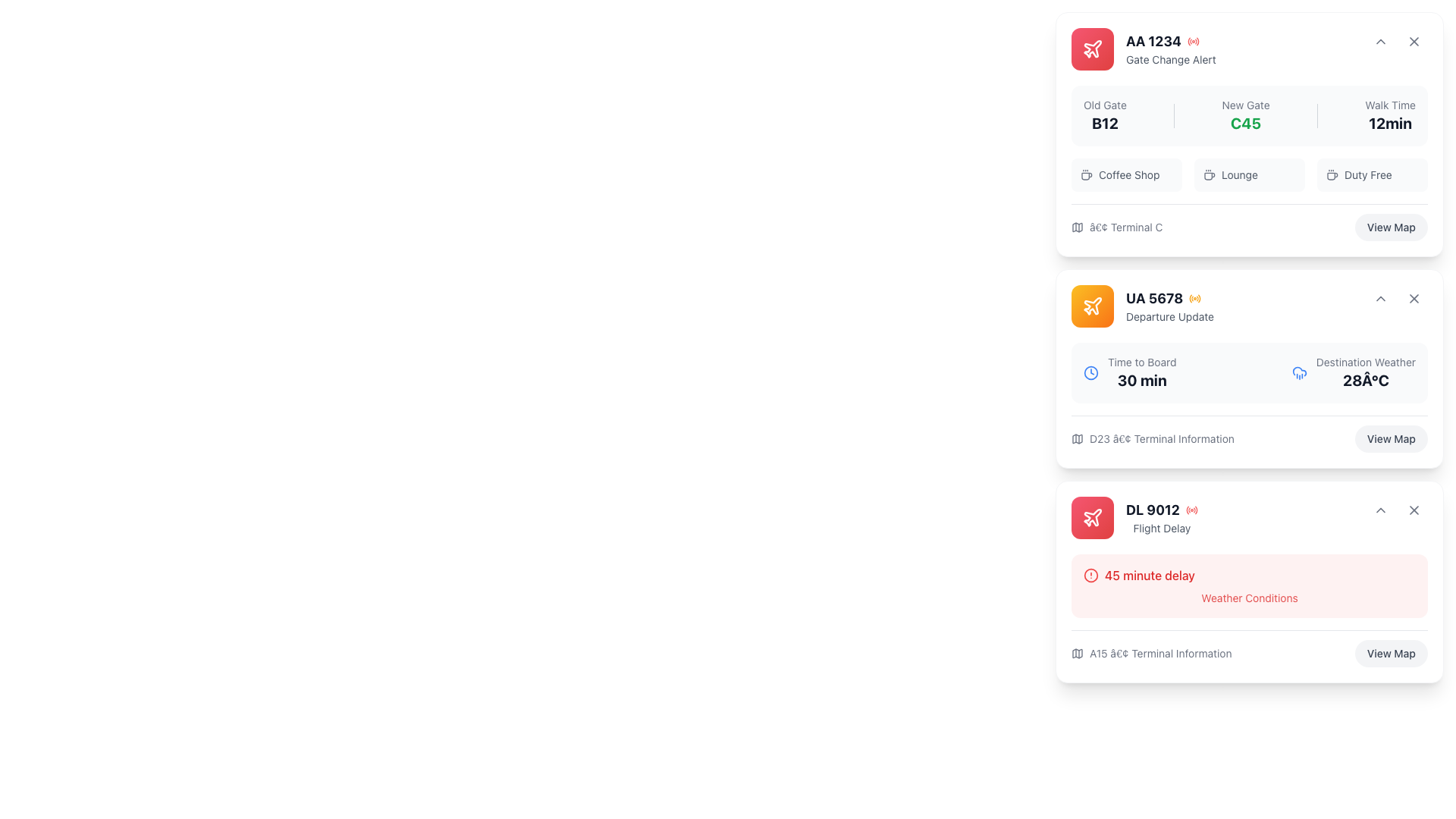 This screenshot has width=1456, height=819. What do you see at coordinates (1208, 174) in the screenshot?
I see `the lounge service icon` at bounding box center [1208, 174].